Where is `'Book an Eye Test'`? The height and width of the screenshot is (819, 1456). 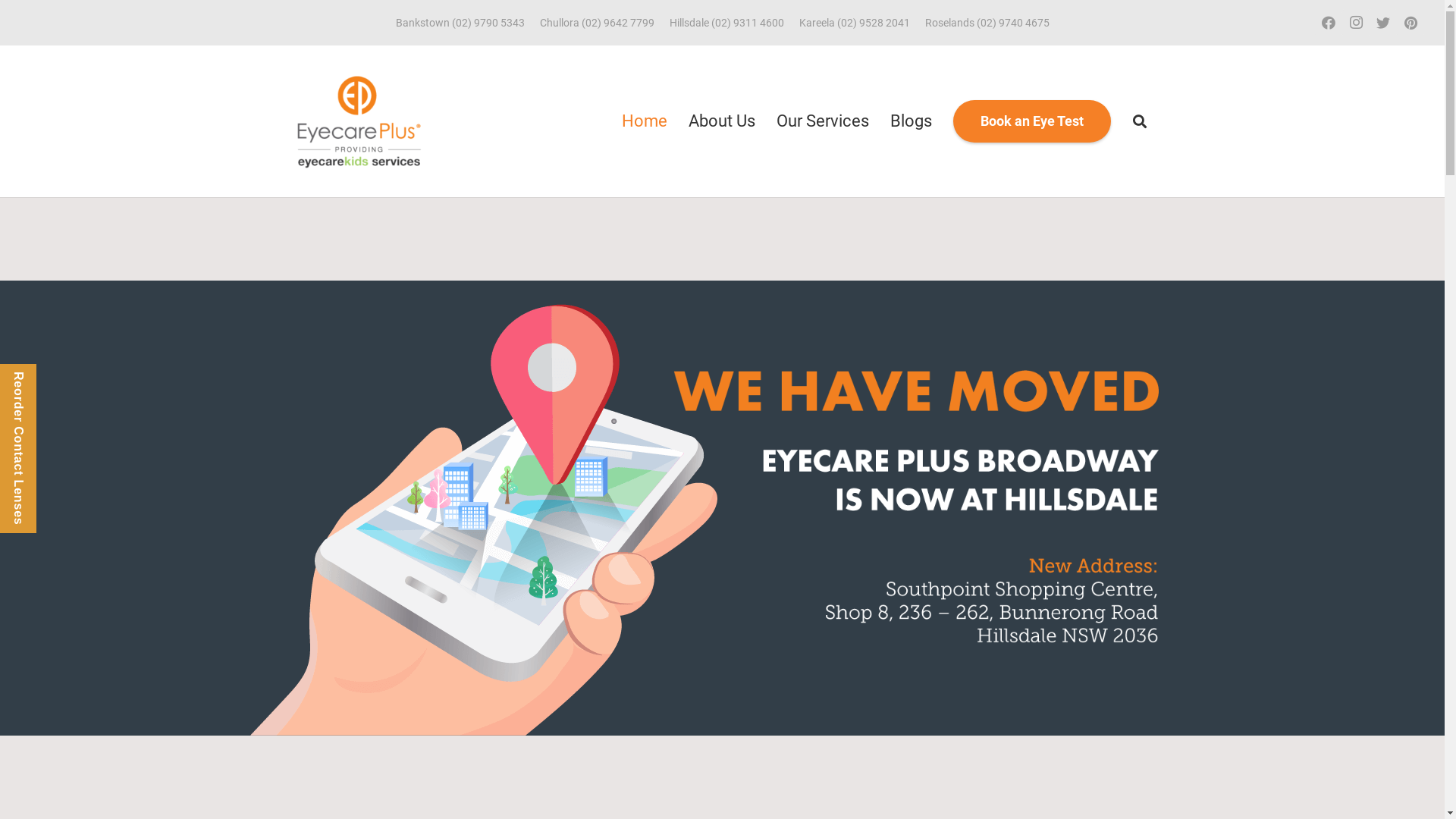 'Book an Eye Test' is located at coordinates (952, 120).